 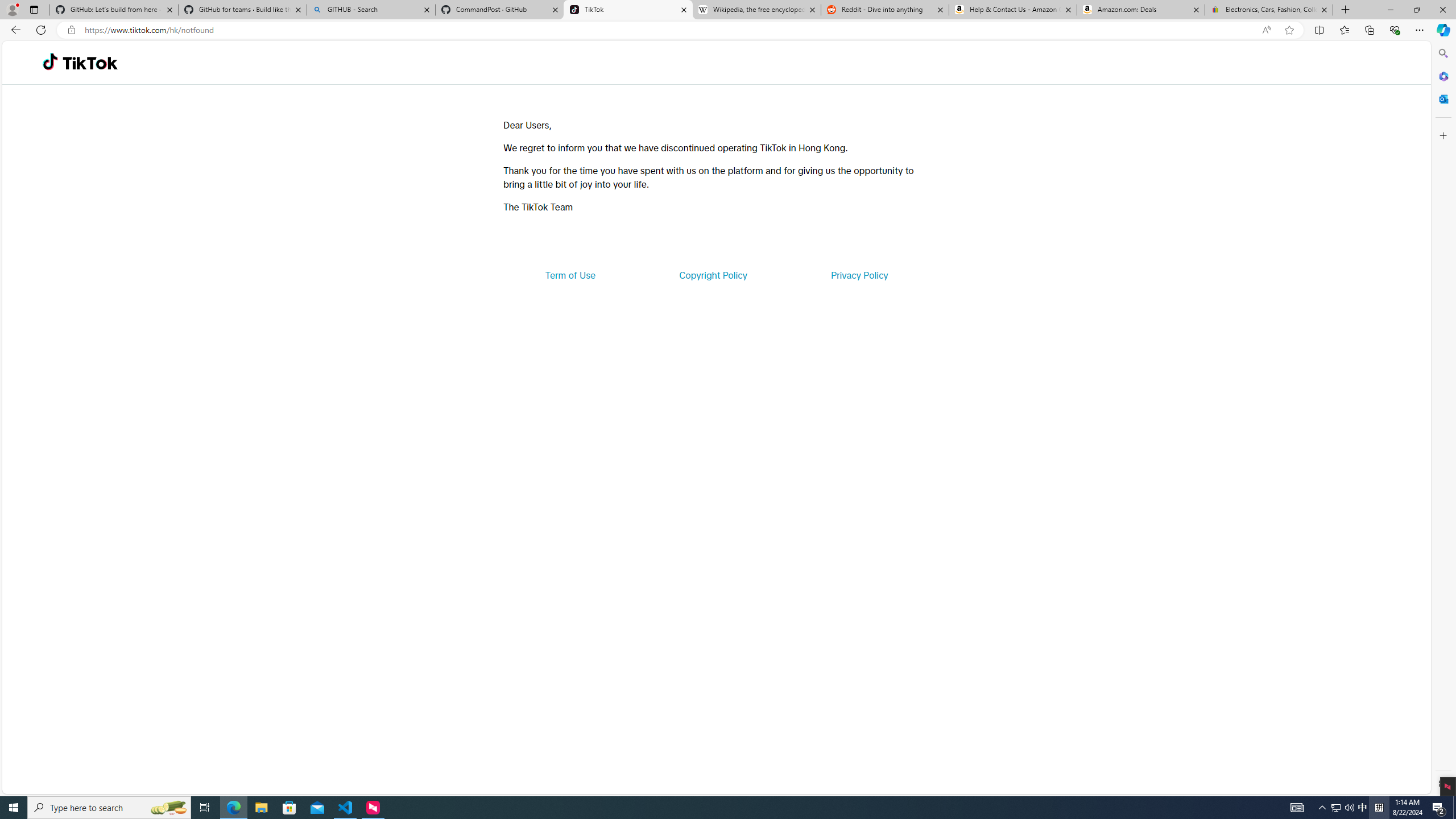 I want to click on 'Privacy Policy', so click(x=858, y=274).